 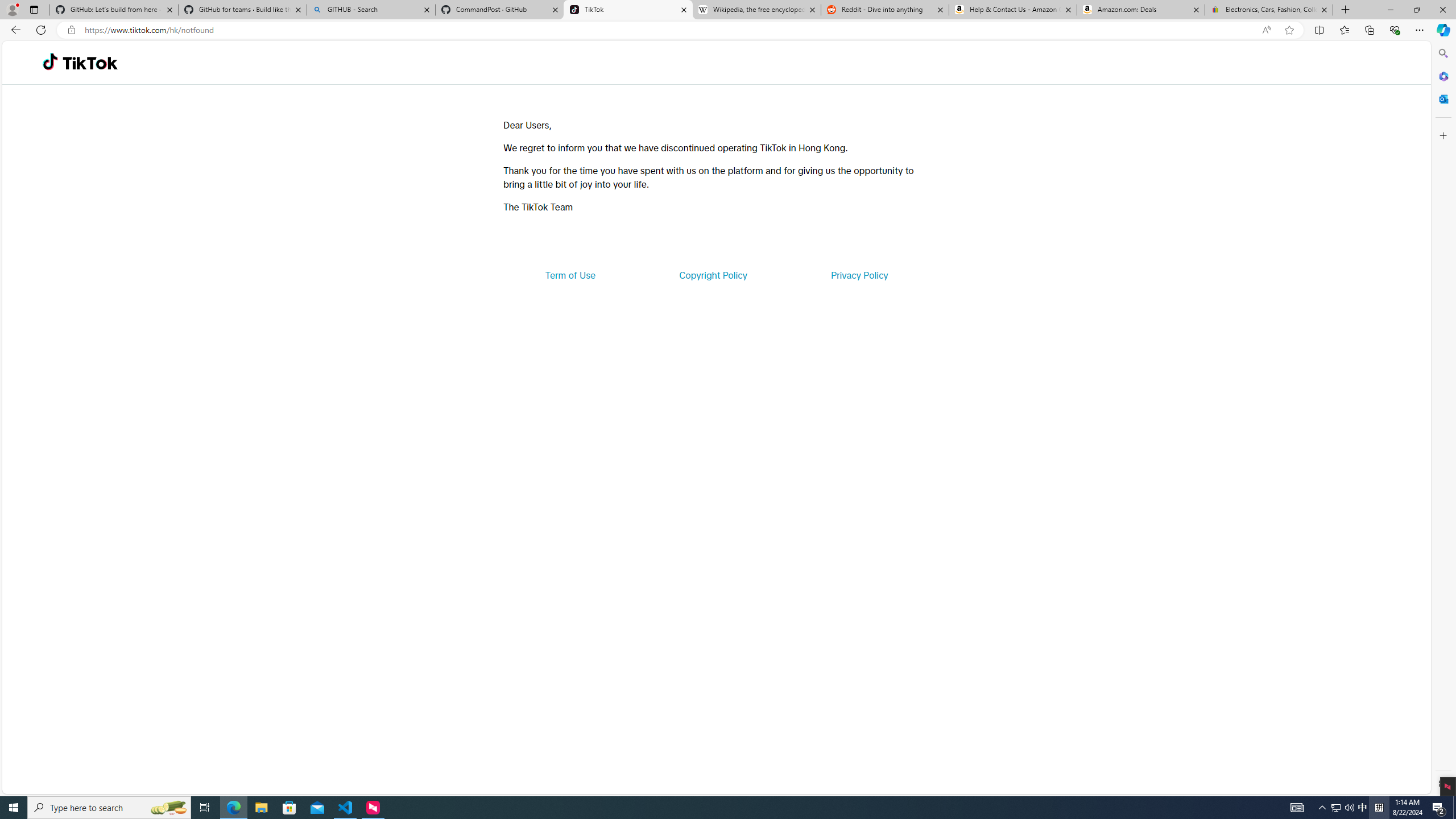 I want to click on 'Privacy Policy', so click(x=858, y=274).